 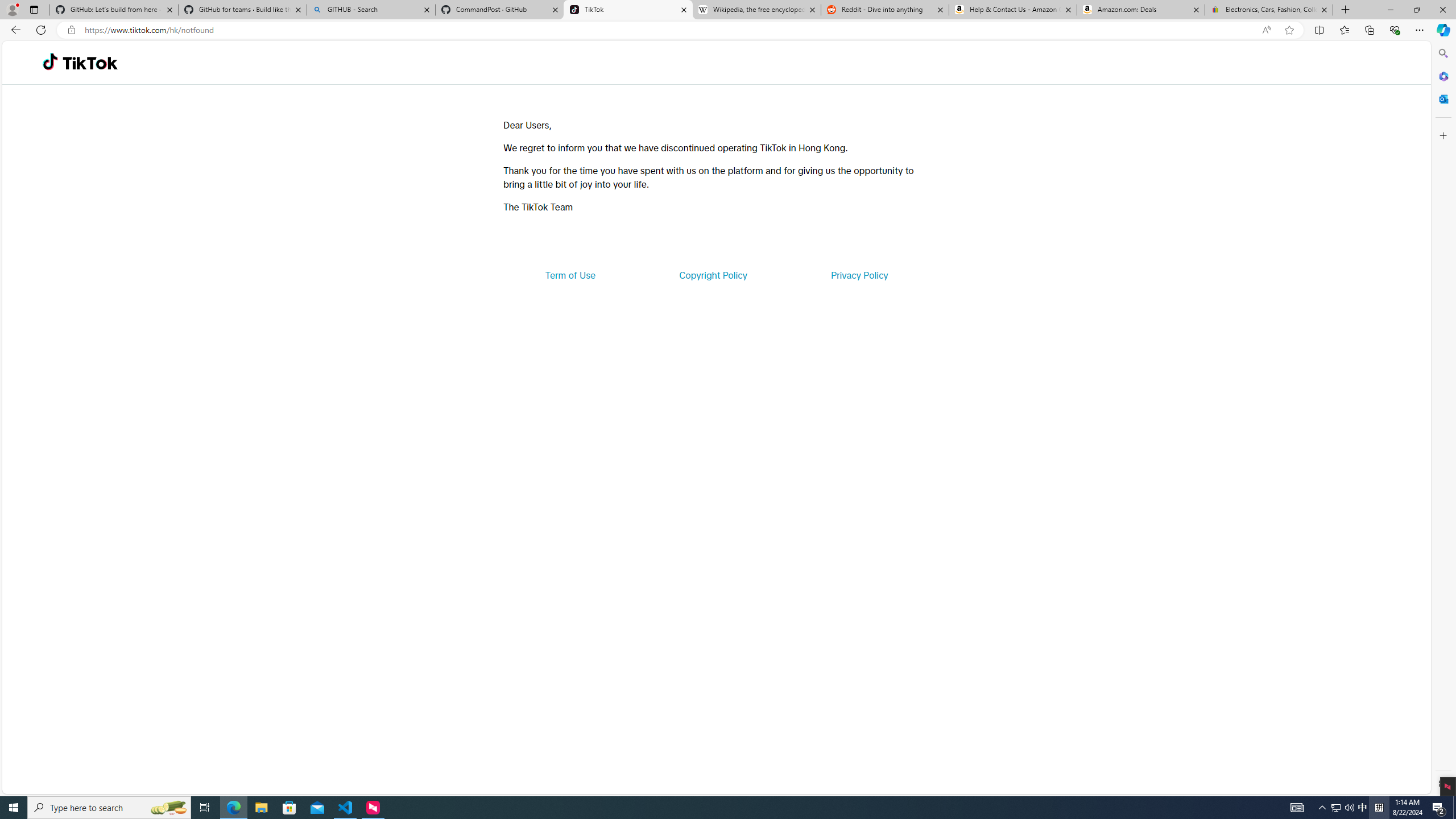 I want to click on 'Privacy Policy', so click(x=858, y=274).